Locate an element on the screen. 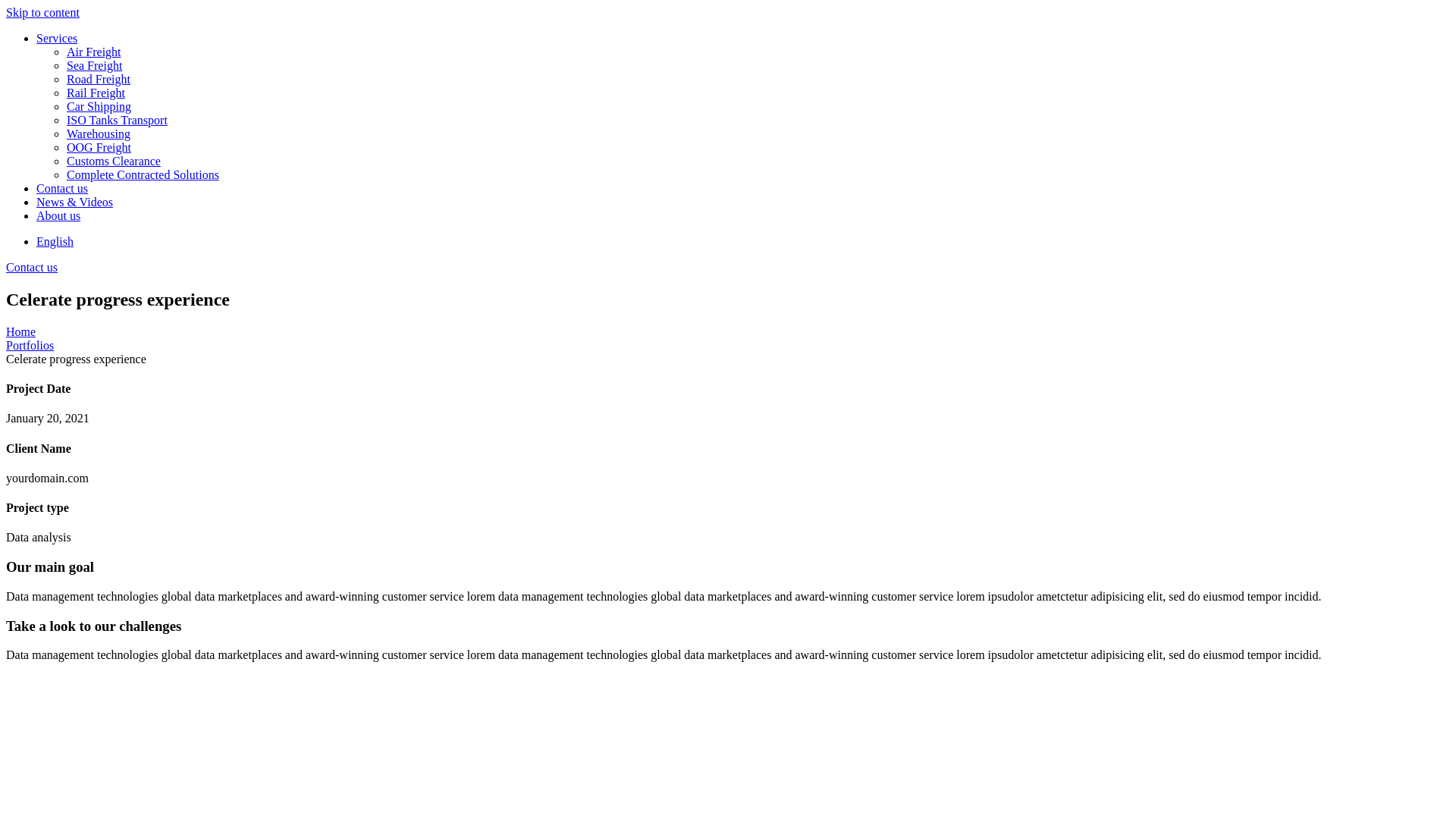 The width and height of the screenshot is (1456, 819). 'Contact us' is located at coordinates (36, 188).